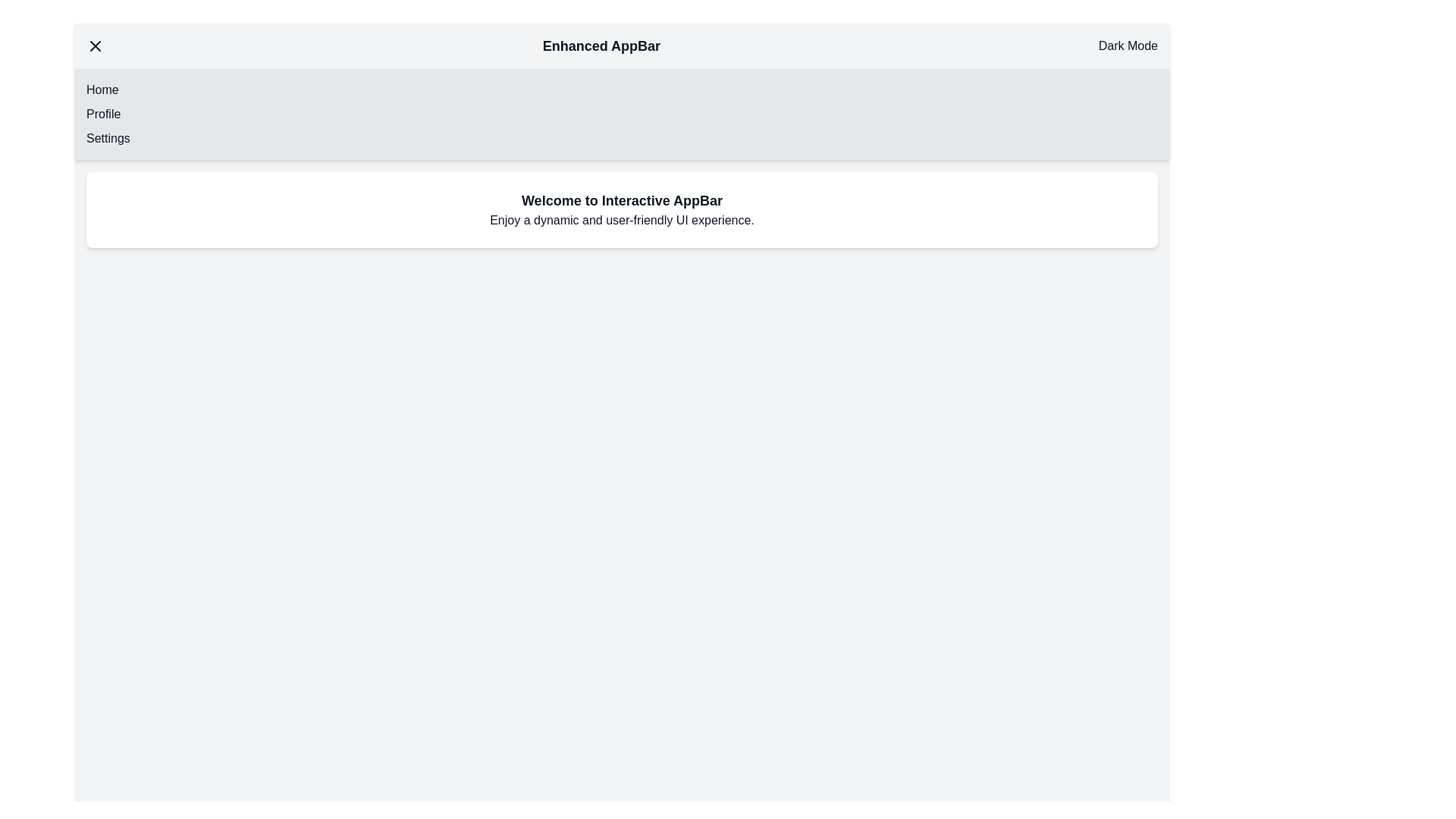 This screenshot has width=1456, height=819. I want to click on the menu icon button to toggle the menu visibility, so click(94, 45).